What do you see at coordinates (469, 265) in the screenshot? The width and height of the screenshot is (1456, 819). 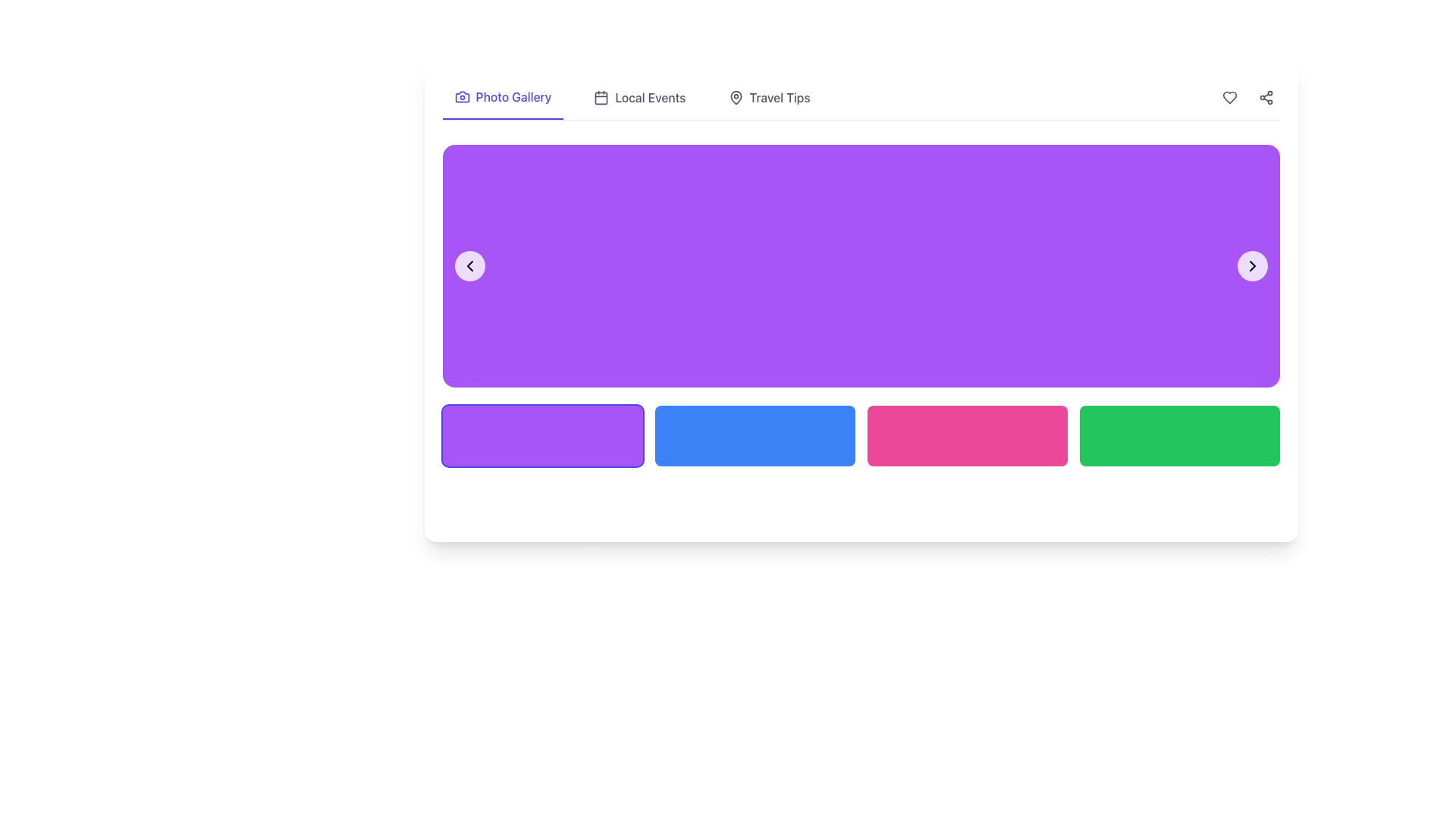 I see `the left navigation button of the carousel` at bounding box center [469, 265].